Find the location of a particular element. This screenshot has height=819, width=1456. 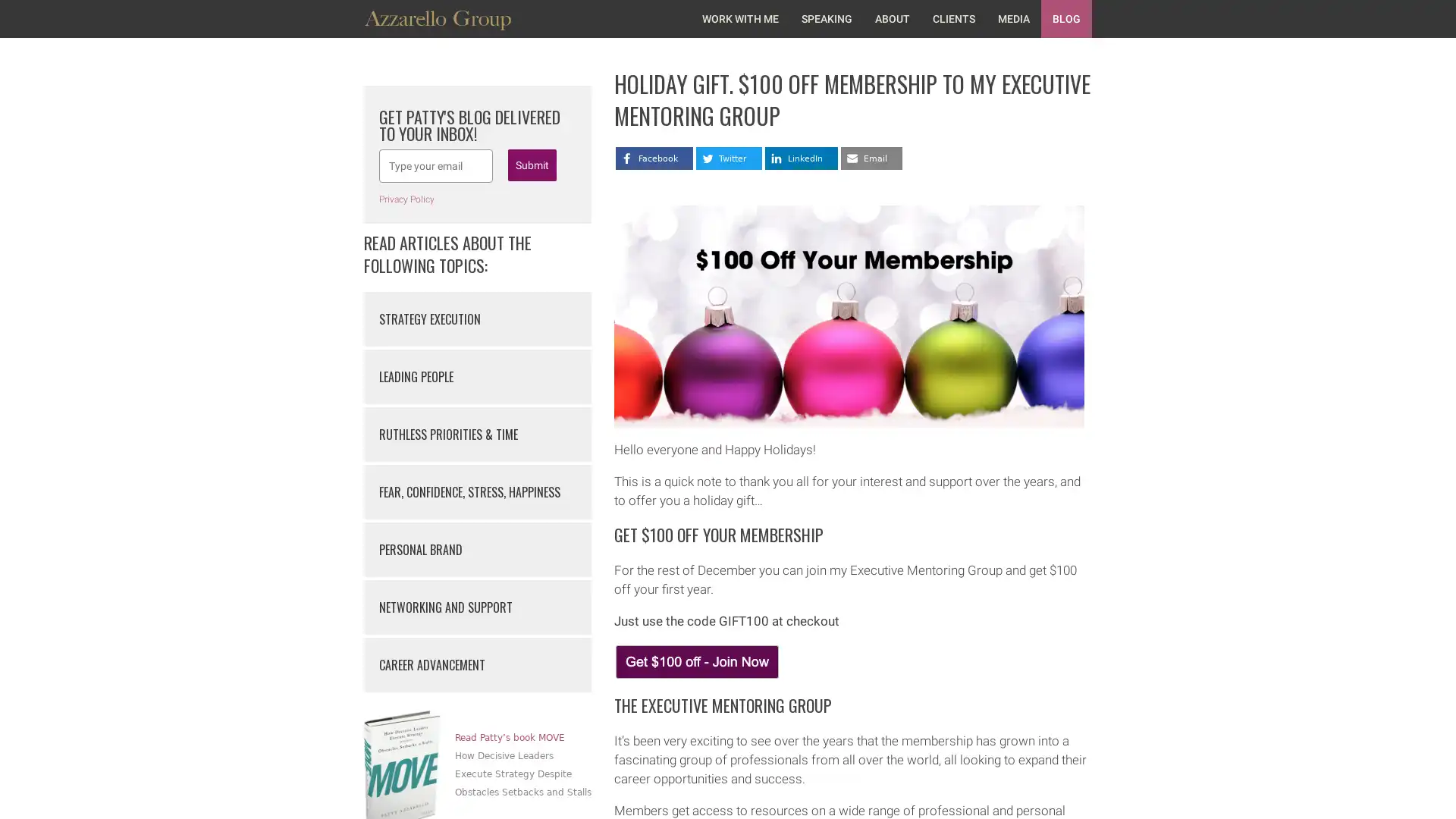

NETWORKING AND SUPPORT is located at coordinates (476, 607).